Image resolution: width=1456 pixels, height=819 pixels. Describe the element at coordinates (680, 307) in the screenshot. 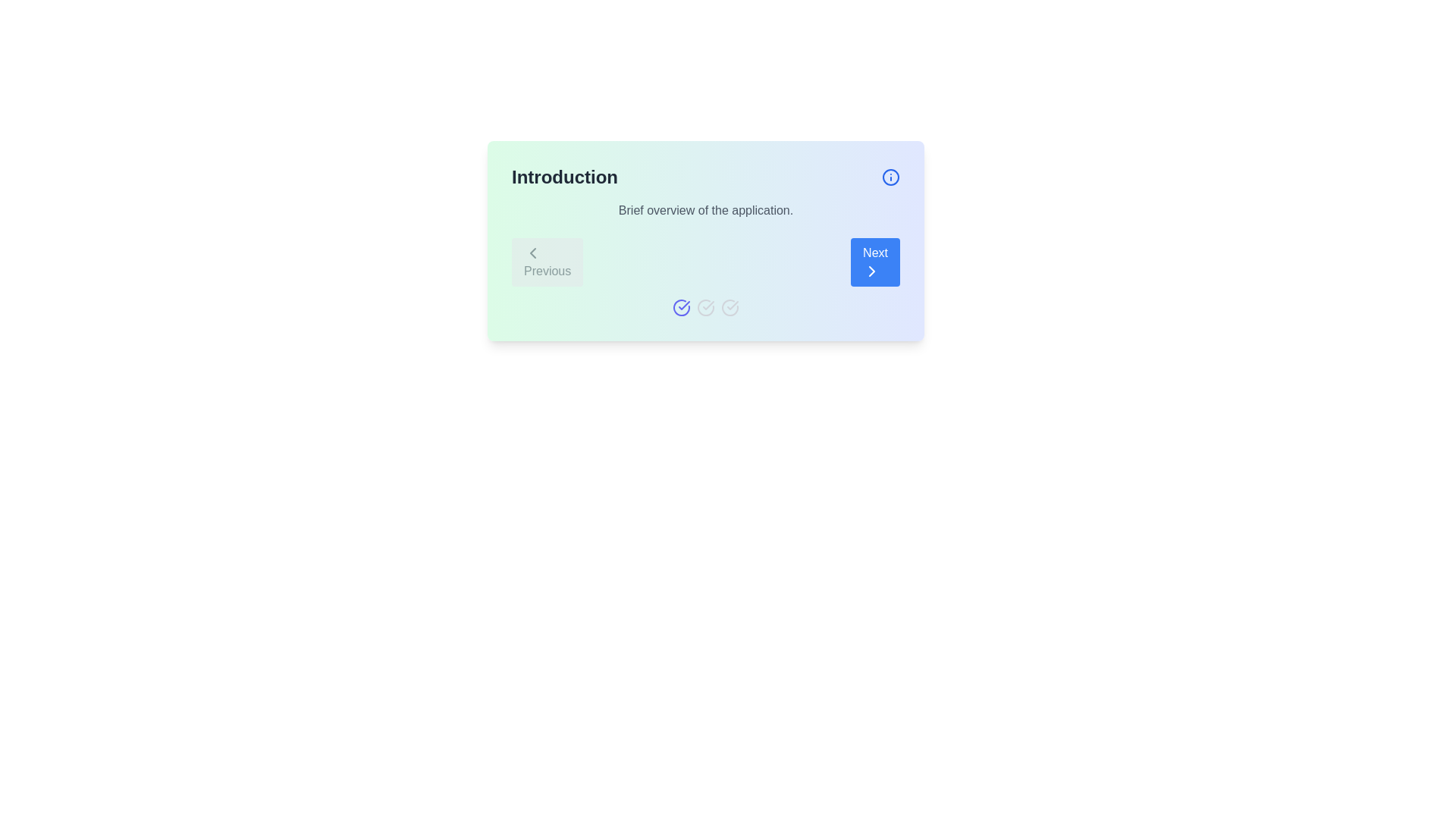

I see `the indigo check mark icon enclosed within a circle, which is the first in a row of three similar circular icons, to interact with it` at that location.